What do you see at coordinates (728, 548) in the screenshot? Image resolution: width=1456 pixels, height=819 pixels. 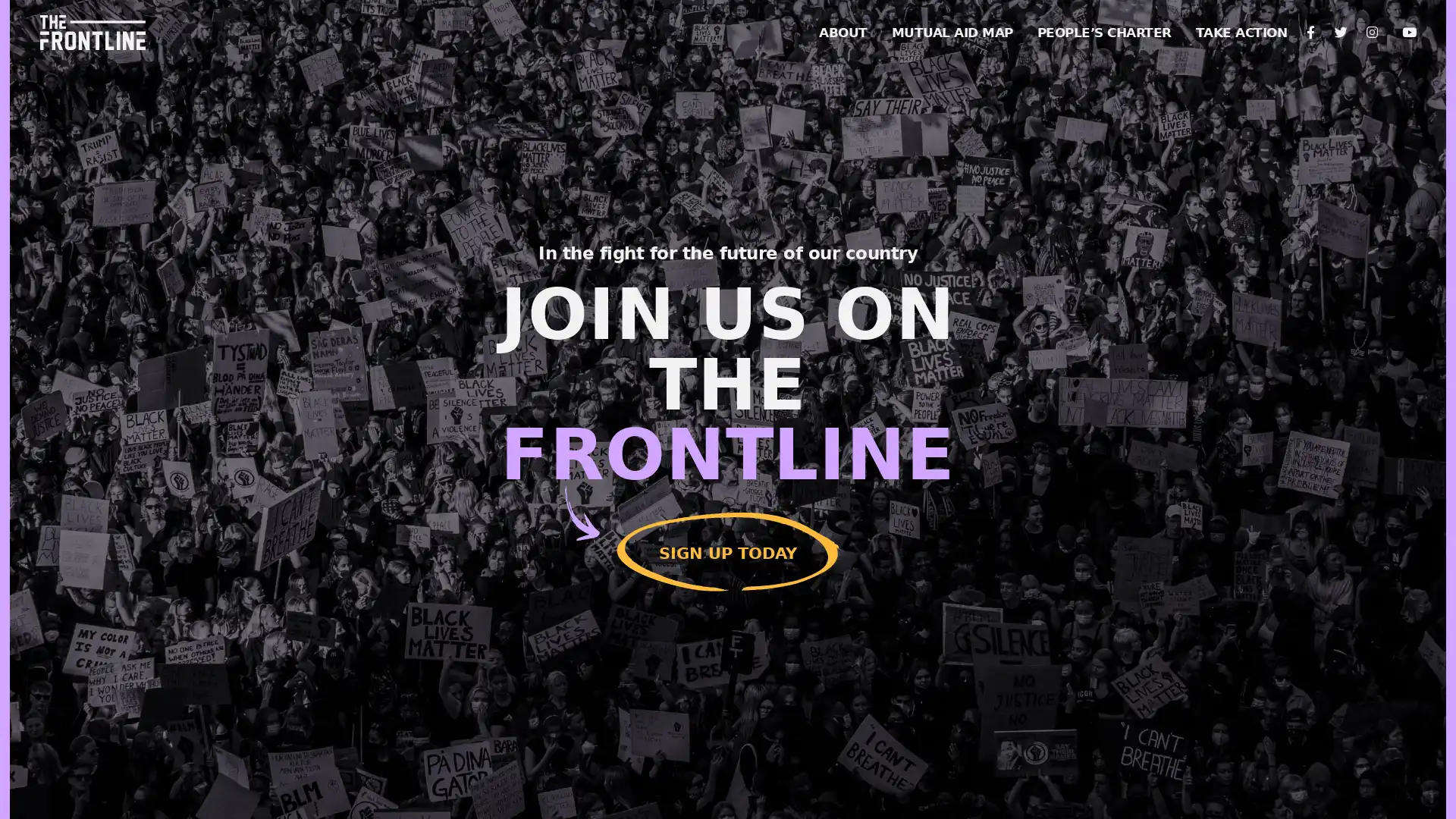 I see `SIGN UP TODAY` at bounding box center [728, 548].